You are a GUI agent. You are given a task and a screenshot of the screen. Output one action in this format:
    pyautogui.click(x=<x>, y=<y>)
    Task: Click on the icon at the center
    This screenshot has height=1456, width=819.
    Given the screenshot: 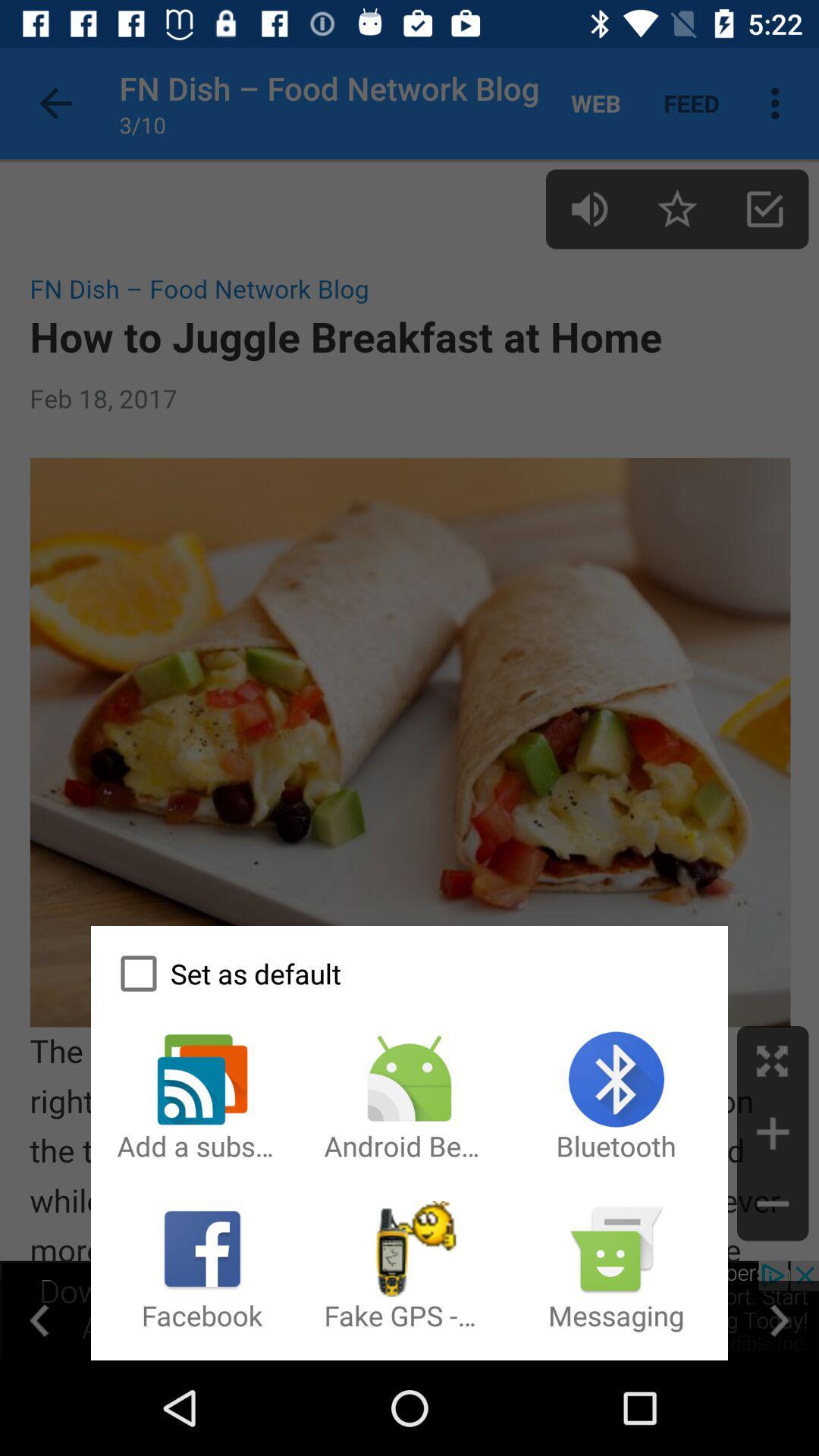 What is the action you would take?
    pyautogui.click(x=409, y=703)
    